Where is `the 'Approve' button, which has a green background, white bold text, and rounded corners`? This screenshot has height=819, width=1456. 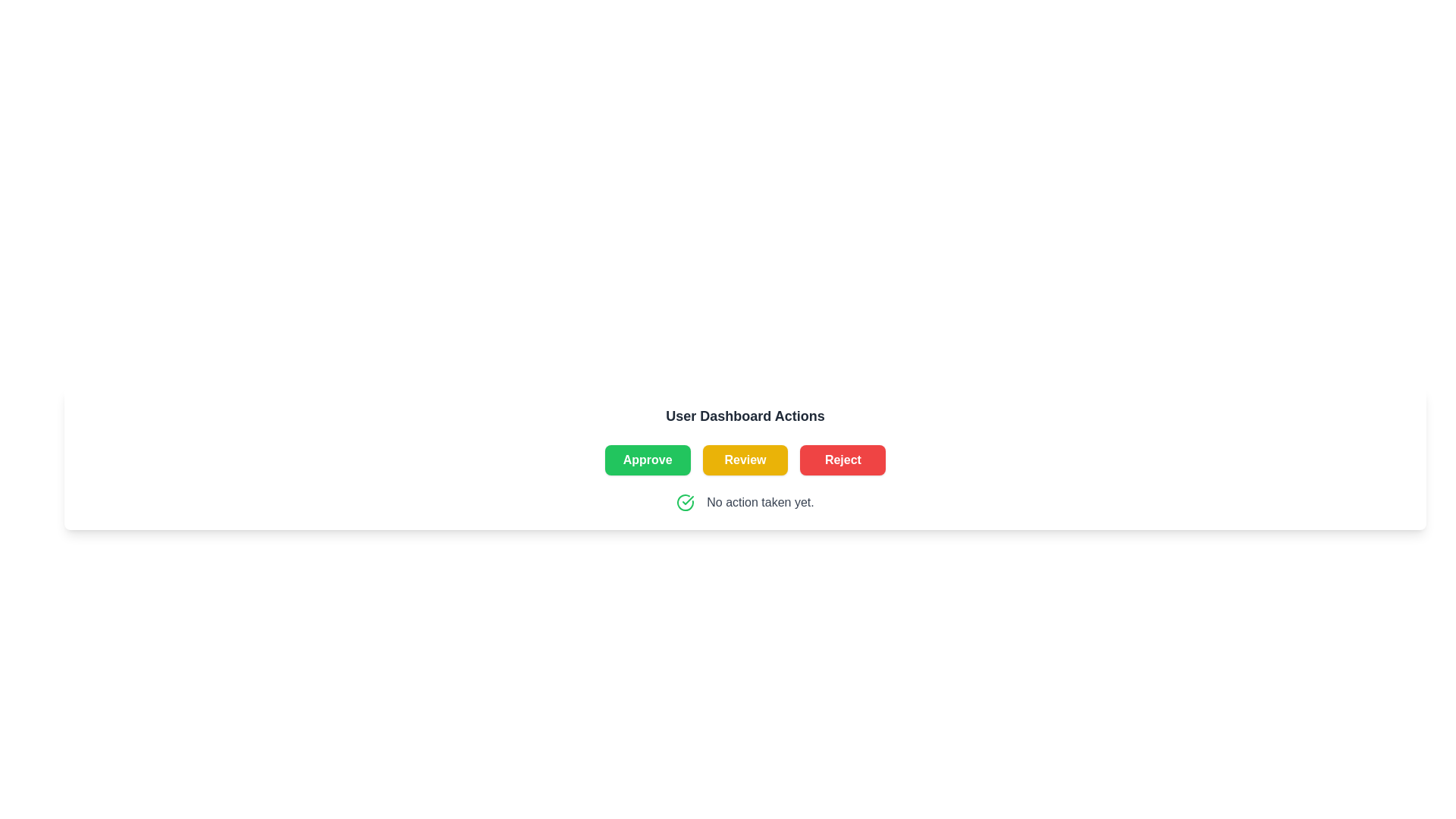
the 'Approve' button, which has a green background, white bold text, and rounded corners is located at coordinates (648, 459).